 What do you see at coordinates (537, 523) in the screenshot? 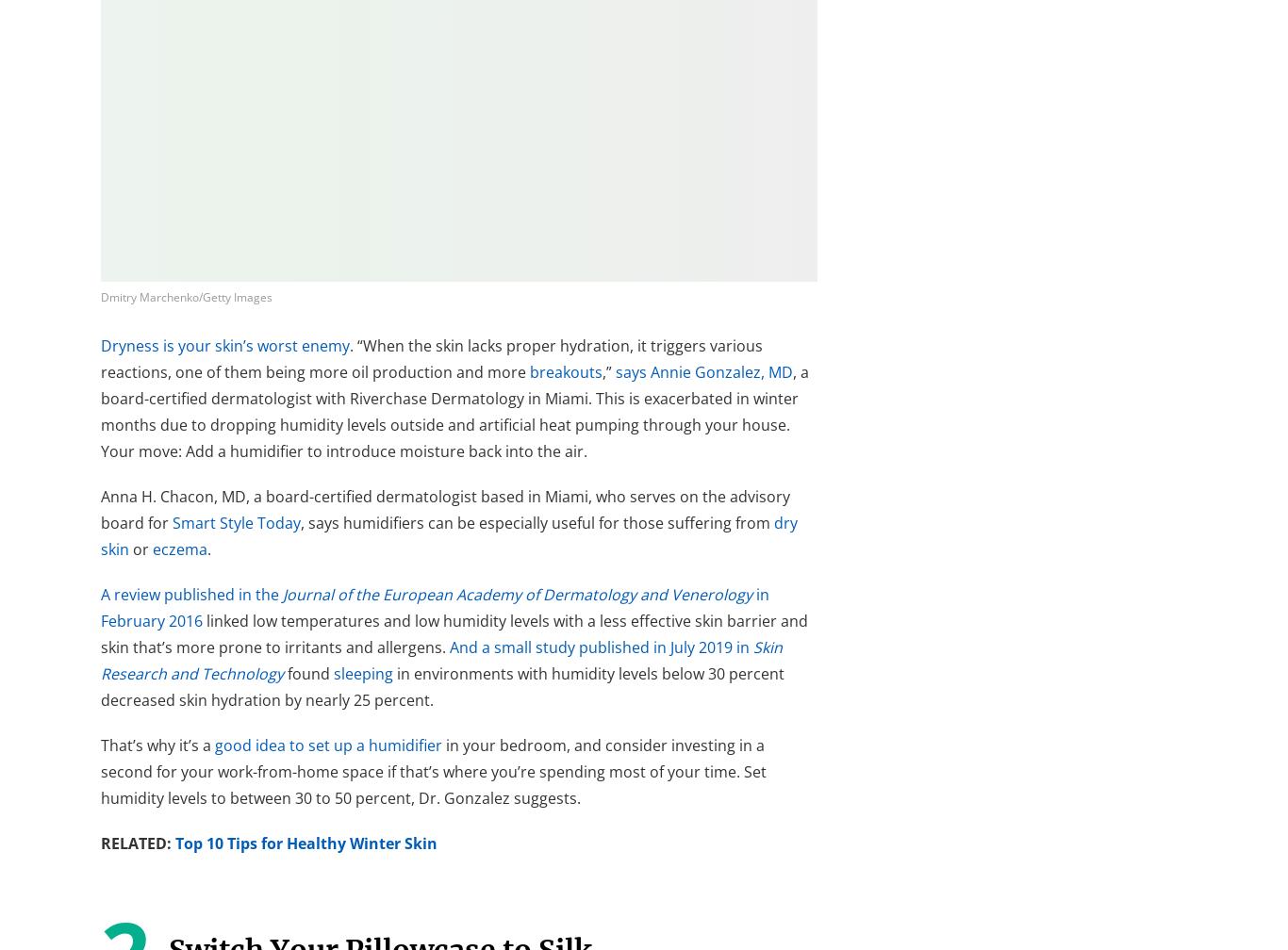
I see `', says humidifiers can be especially useful for those suffering from'` at bounding box center [537, 523].